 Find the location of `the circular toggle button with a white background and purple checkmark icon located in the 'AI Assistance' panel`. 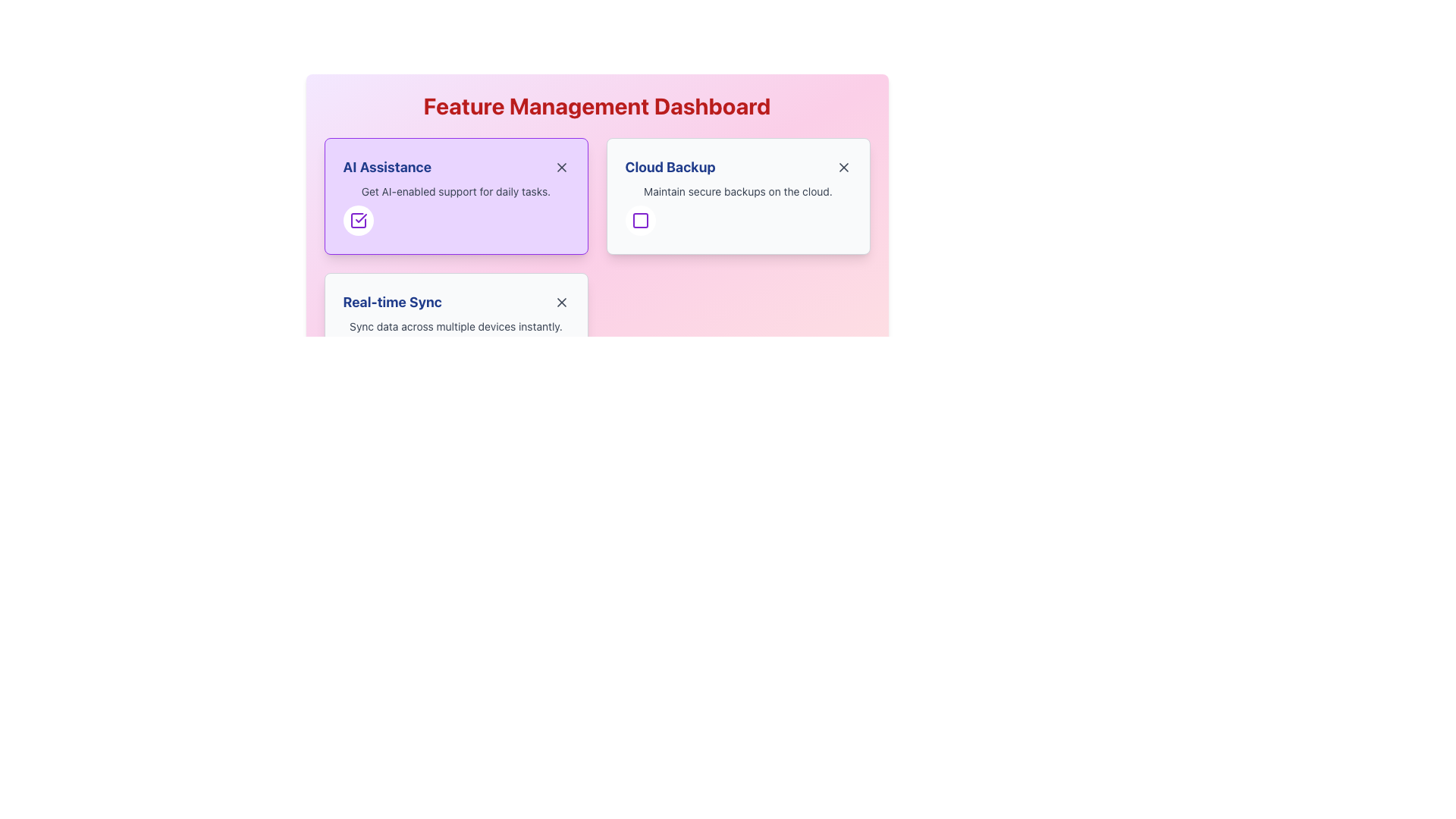

the circular toggle button with a white background and purple checkmark icon located in the 'AI Assistance' panel is located at coordinates (357, 220).